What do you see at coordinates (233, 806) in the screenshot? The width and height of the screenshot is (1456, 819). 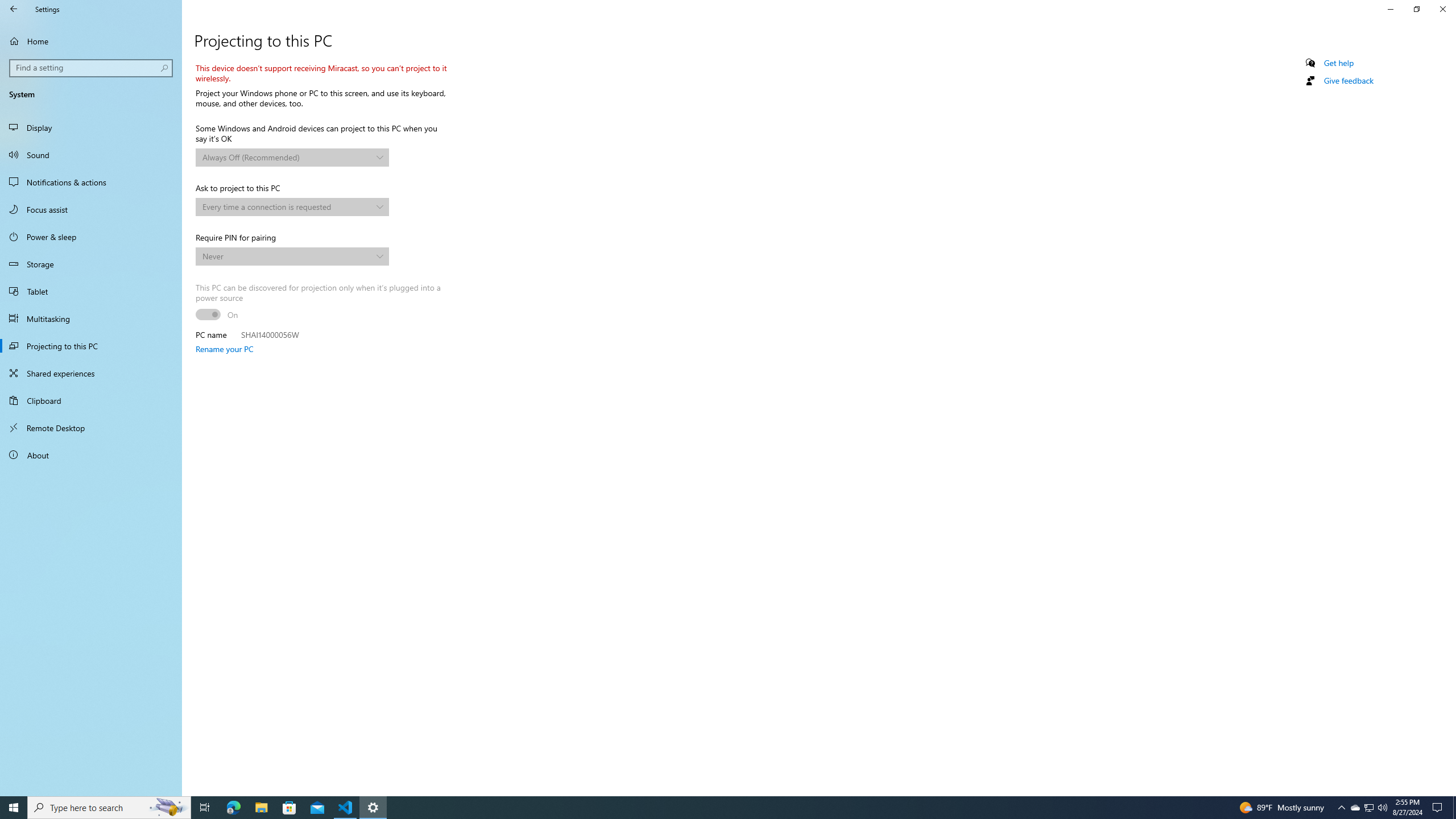 I see `'Microsoft Edge'` at bounding box center [233, 806].